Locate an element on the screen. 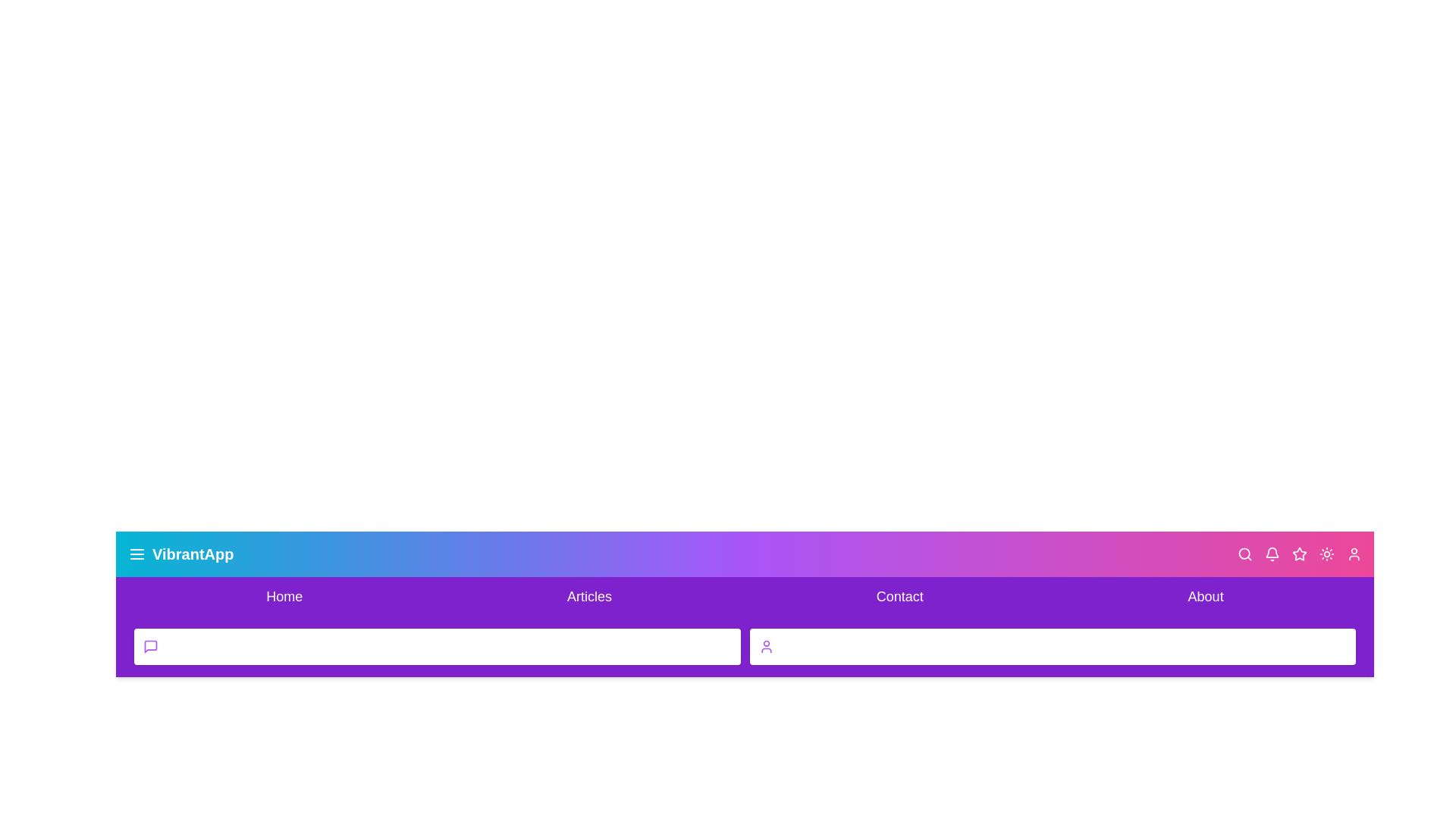 The height and width of the screenshot is (819, 1456). the sun icon to toggle between light and dark modes is located at coordinates (1326, 554).